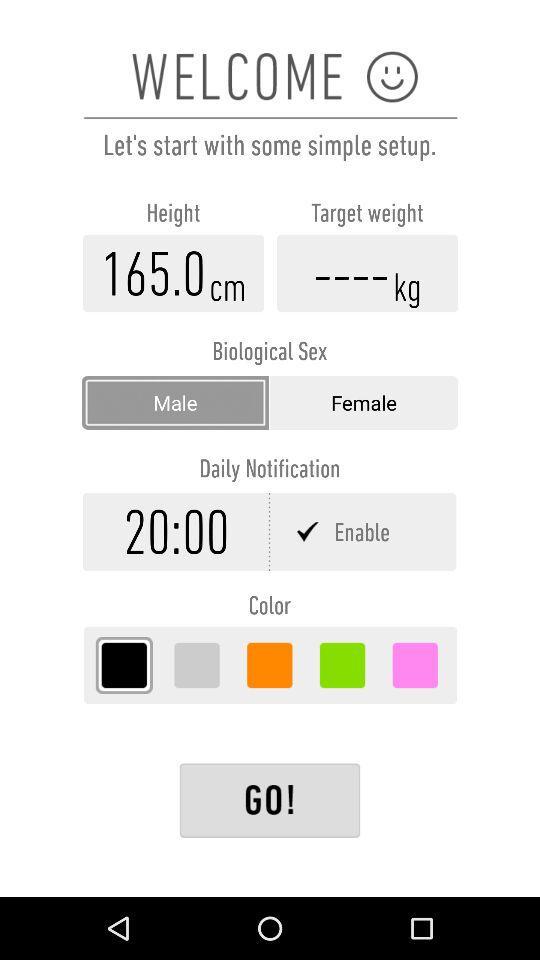 This screenshot has height=960, width=540. I want to click on go do go, so click(270, 800).